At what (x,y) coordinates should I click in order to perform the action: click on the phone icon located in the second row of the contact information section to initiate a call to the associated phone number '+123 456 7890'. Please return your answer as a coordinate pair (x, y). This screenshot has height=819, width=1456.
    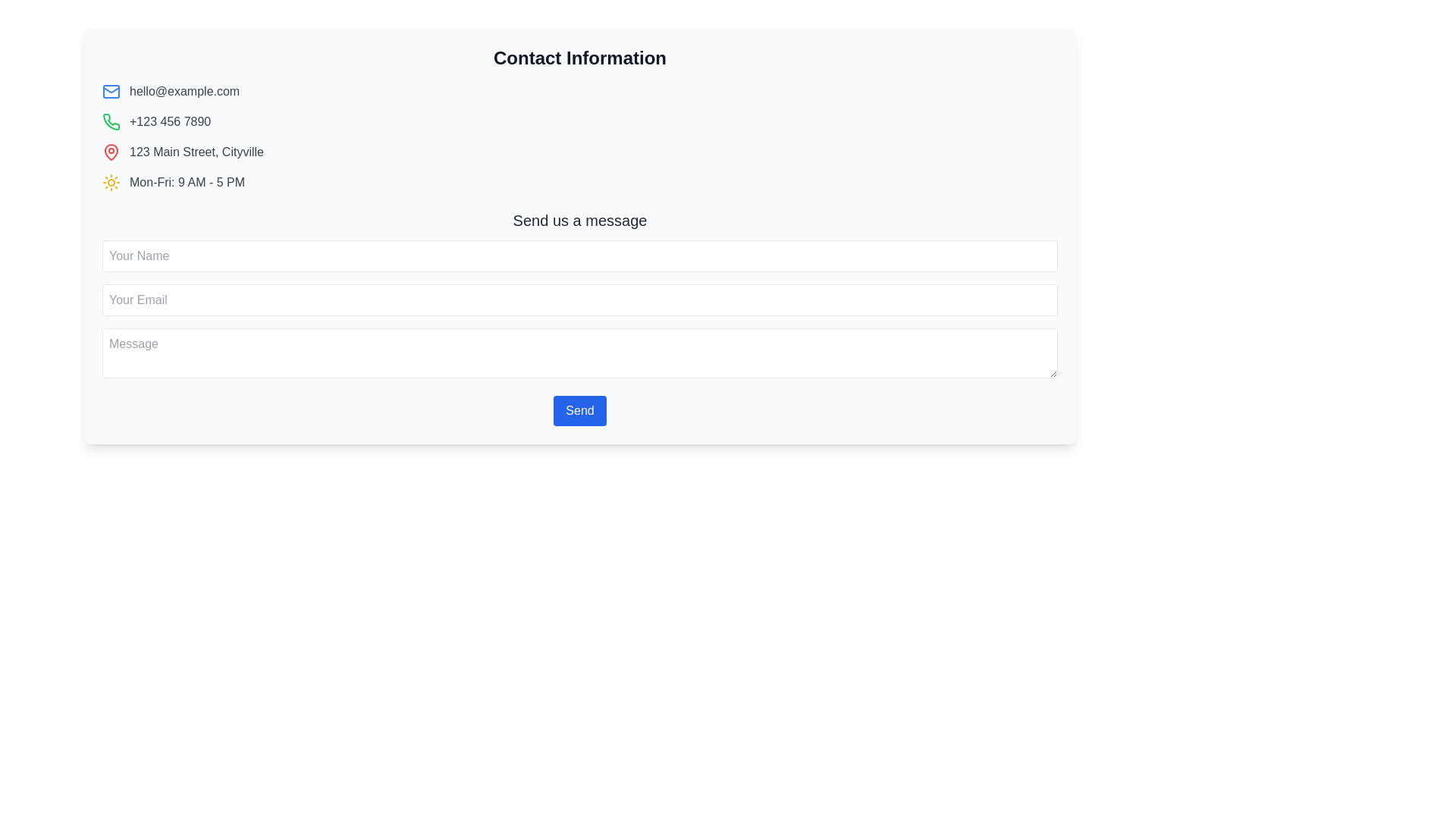
    Looking at the image, I should click on (111, 121).